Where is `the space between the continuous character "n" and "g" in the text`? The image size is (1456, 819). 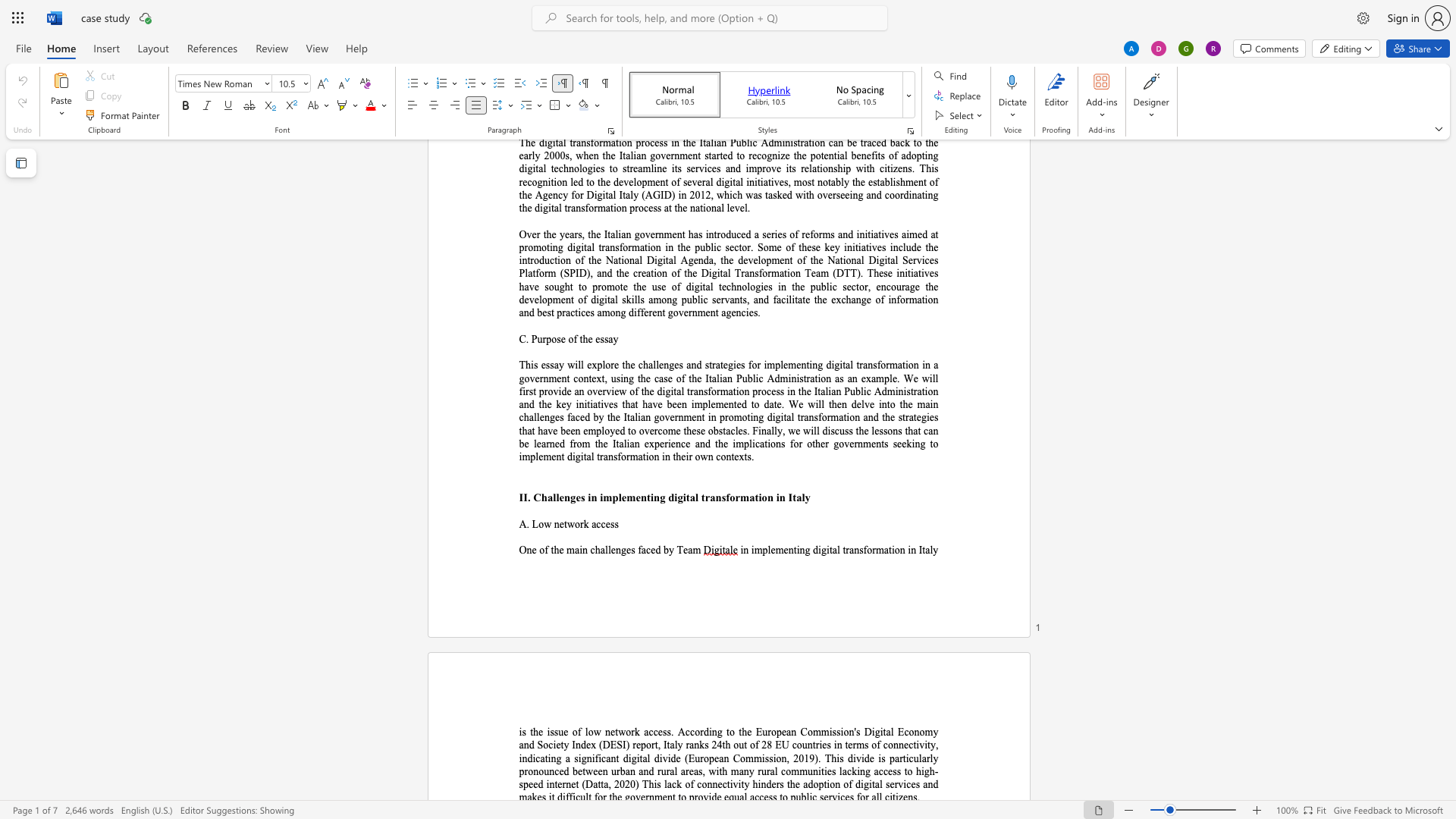 the space between the continuous character "n" and "g" in the text is located at coordinates (555, 758).